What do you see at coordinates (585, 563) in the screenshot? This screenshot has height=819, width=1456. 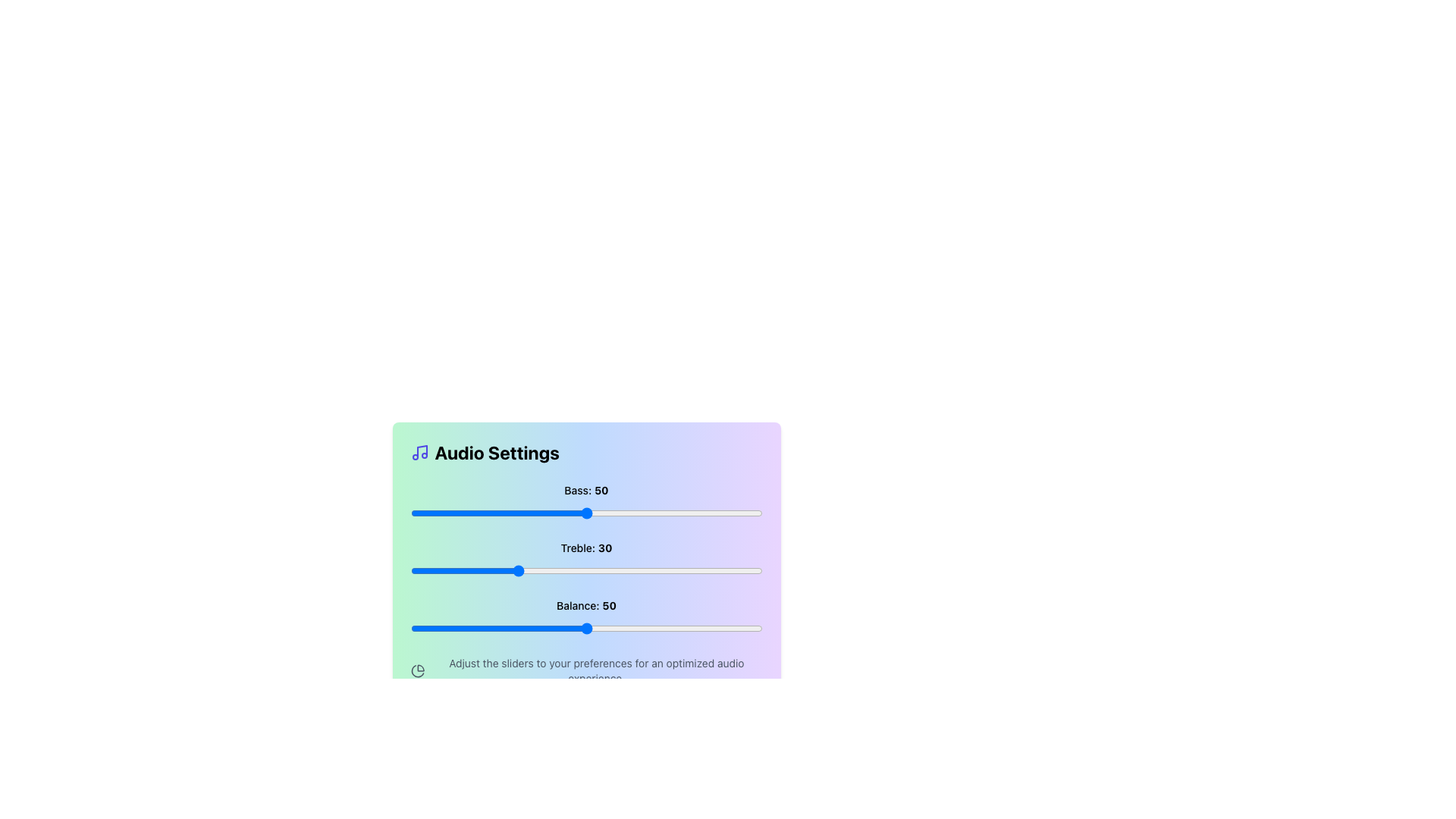 I see `the sliders in the Interactive audio settings panel` at bounding box center [585, 563].